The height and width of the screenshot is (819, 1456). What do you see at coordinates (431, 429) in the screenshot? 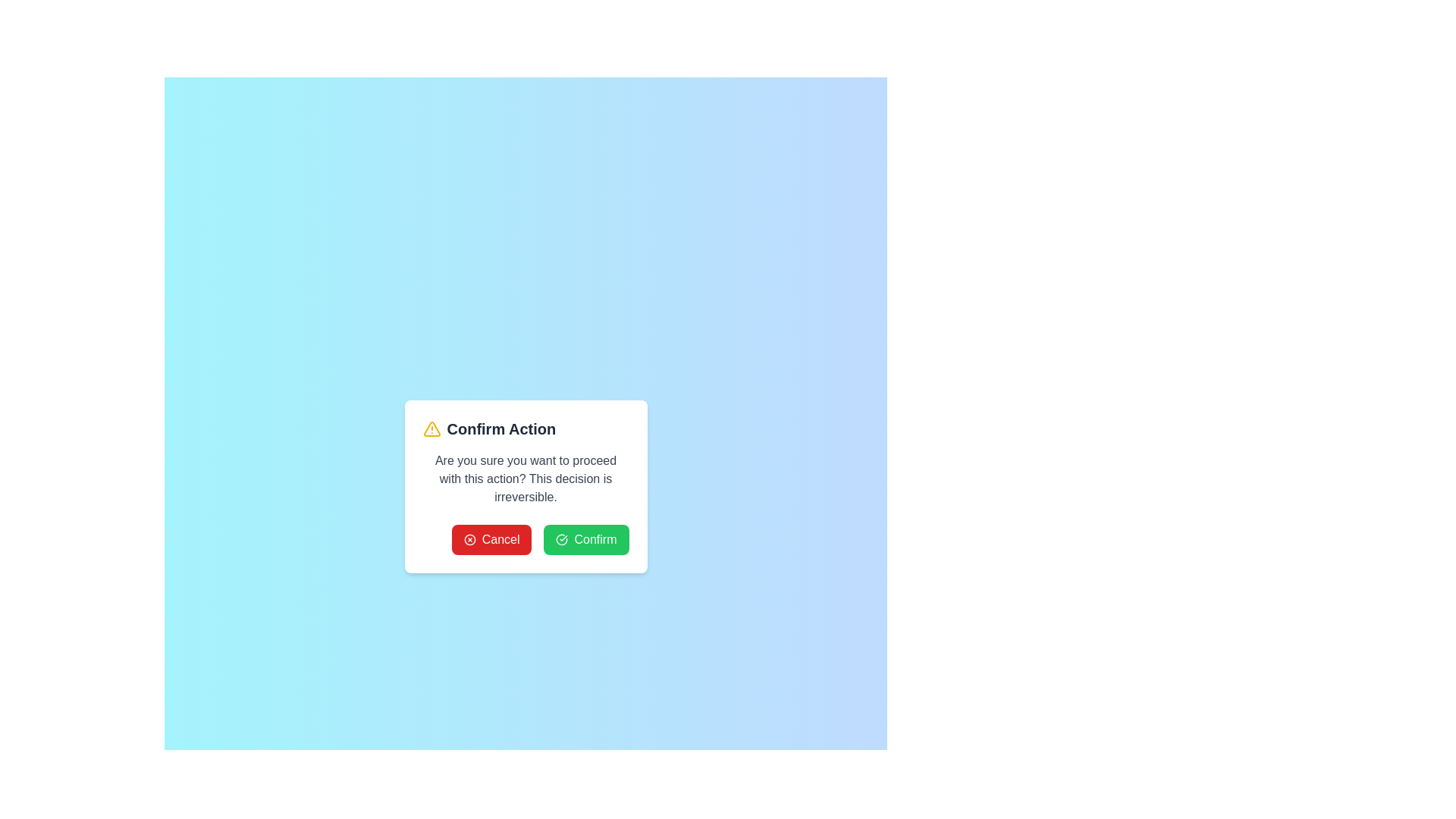
I see `the warning icon located in the header section of the 'Confirm Action' modal dialog box, which visually emphasizes an alert to the user` at bounding box center [431, 429].